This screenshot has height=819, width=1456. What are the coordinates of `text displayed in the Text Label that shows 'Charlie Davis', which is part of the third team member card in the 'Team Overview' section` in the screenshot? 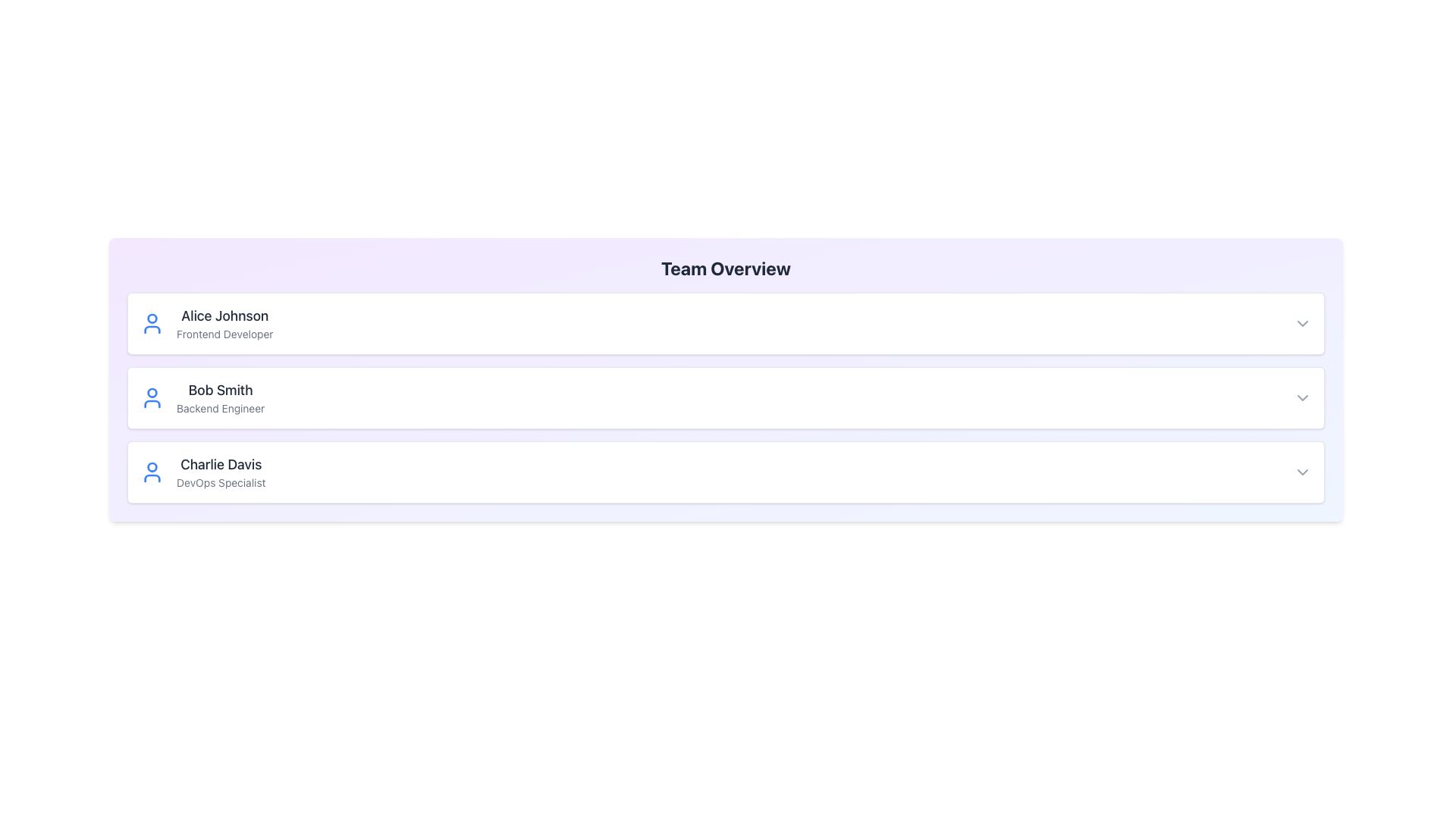 It's located at (220, 464).